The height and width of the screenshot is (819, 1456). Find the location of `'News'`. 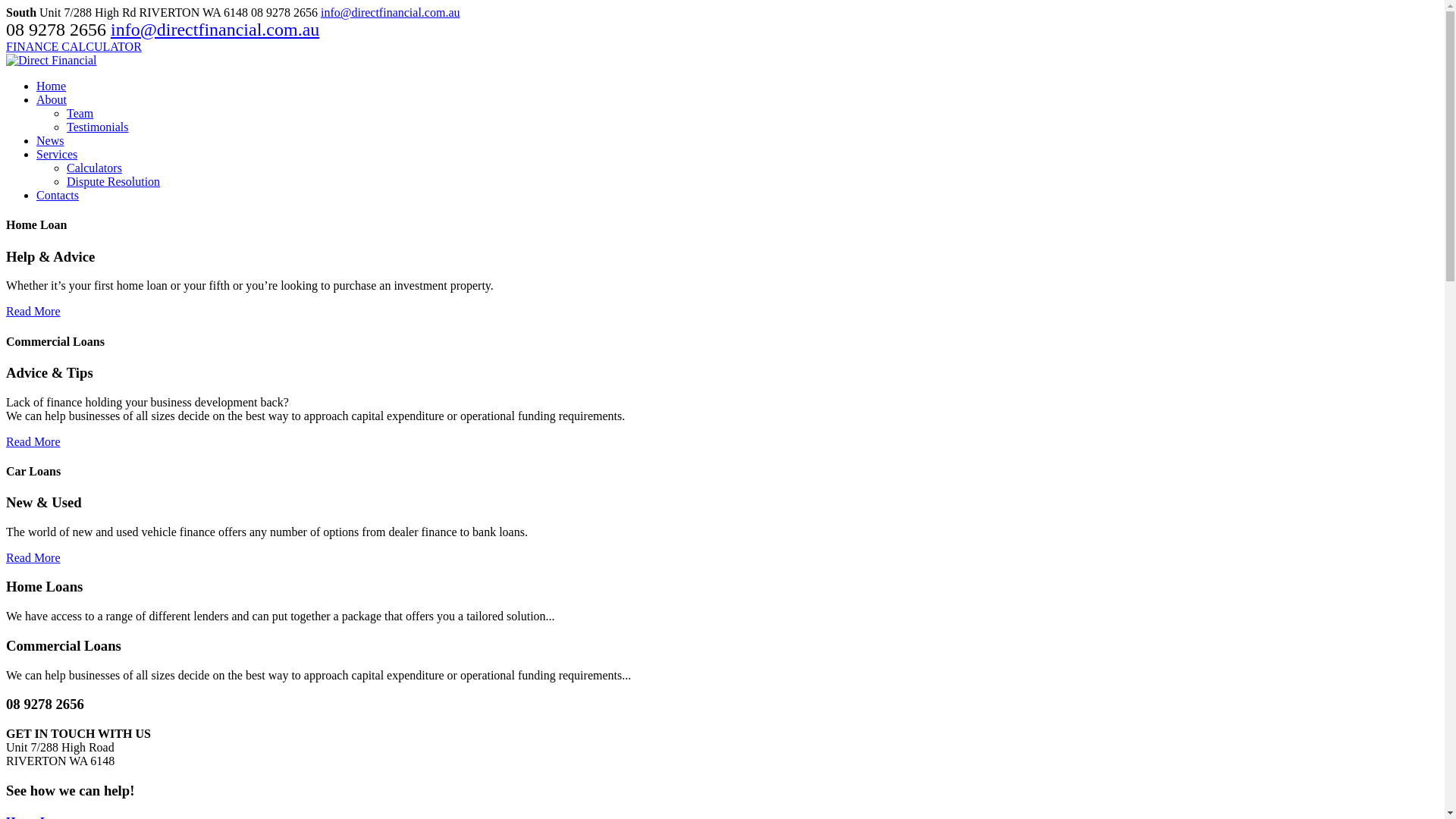

'News' is located at coordinates (50, 140).